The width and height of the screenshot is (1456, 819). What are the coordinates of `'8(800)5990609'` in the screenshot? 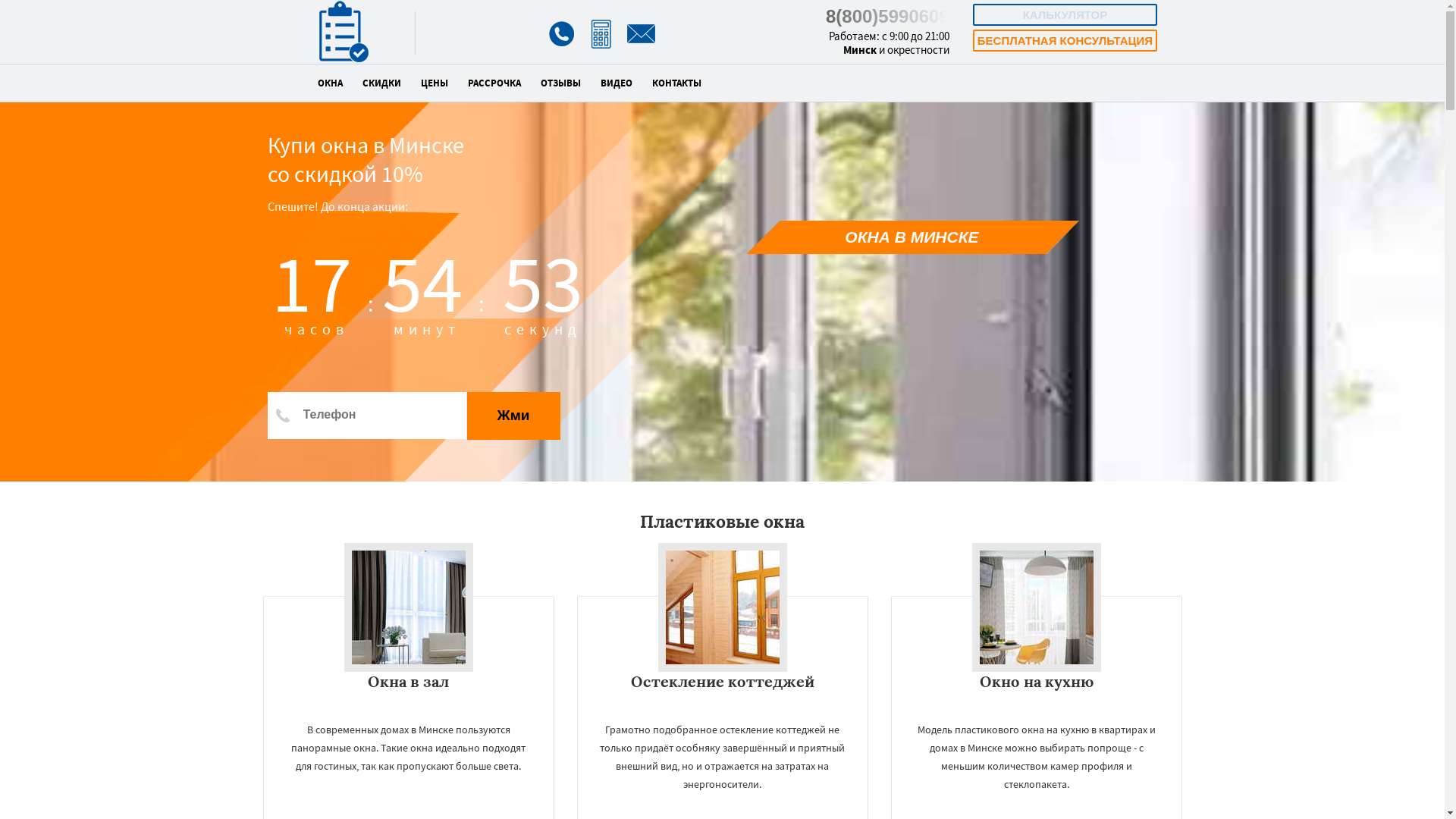 It's located at (887, 16).